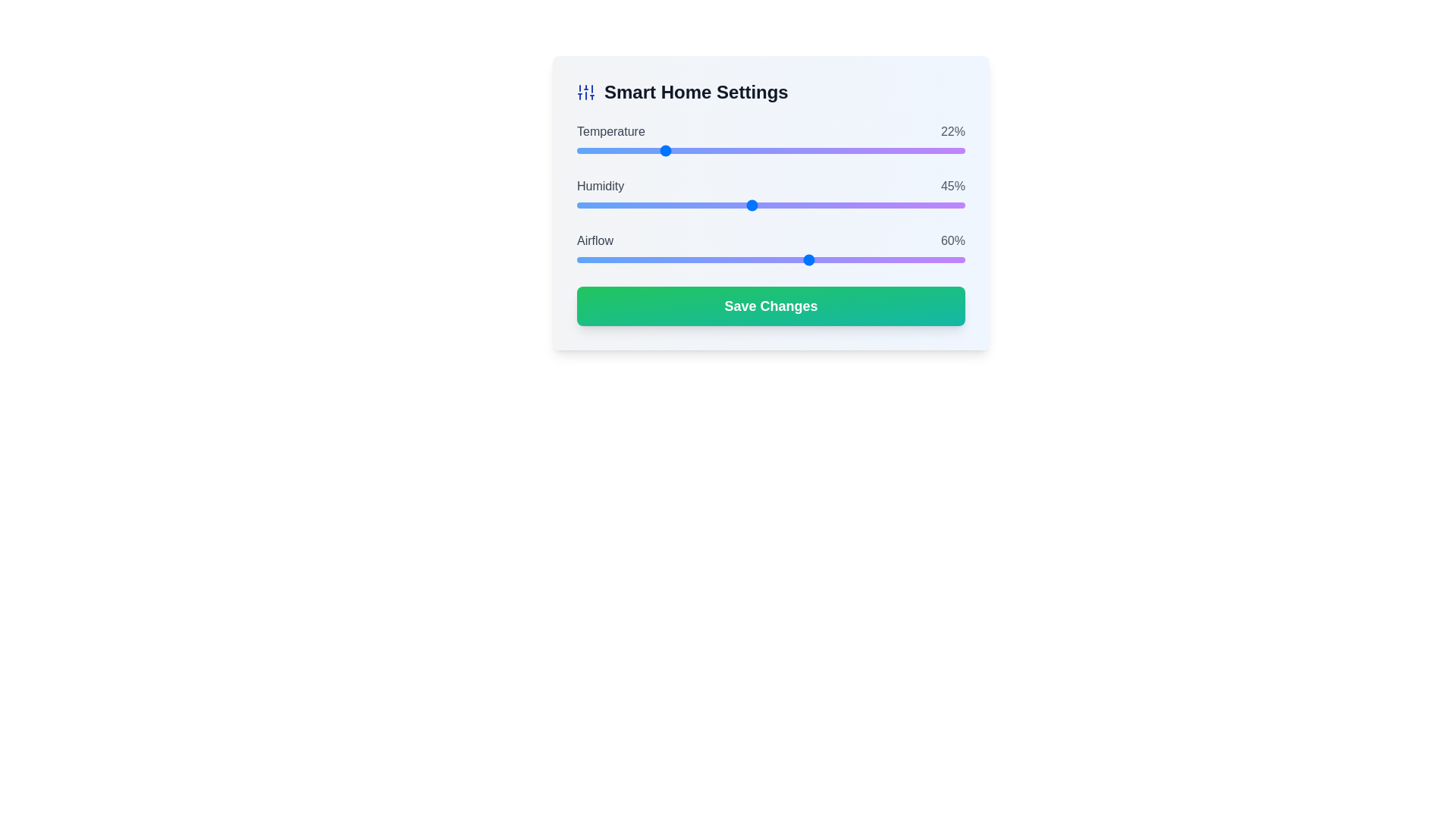 This screenshot has width=1456, height=819. I want to click on the humidity level, so click(786, 205).